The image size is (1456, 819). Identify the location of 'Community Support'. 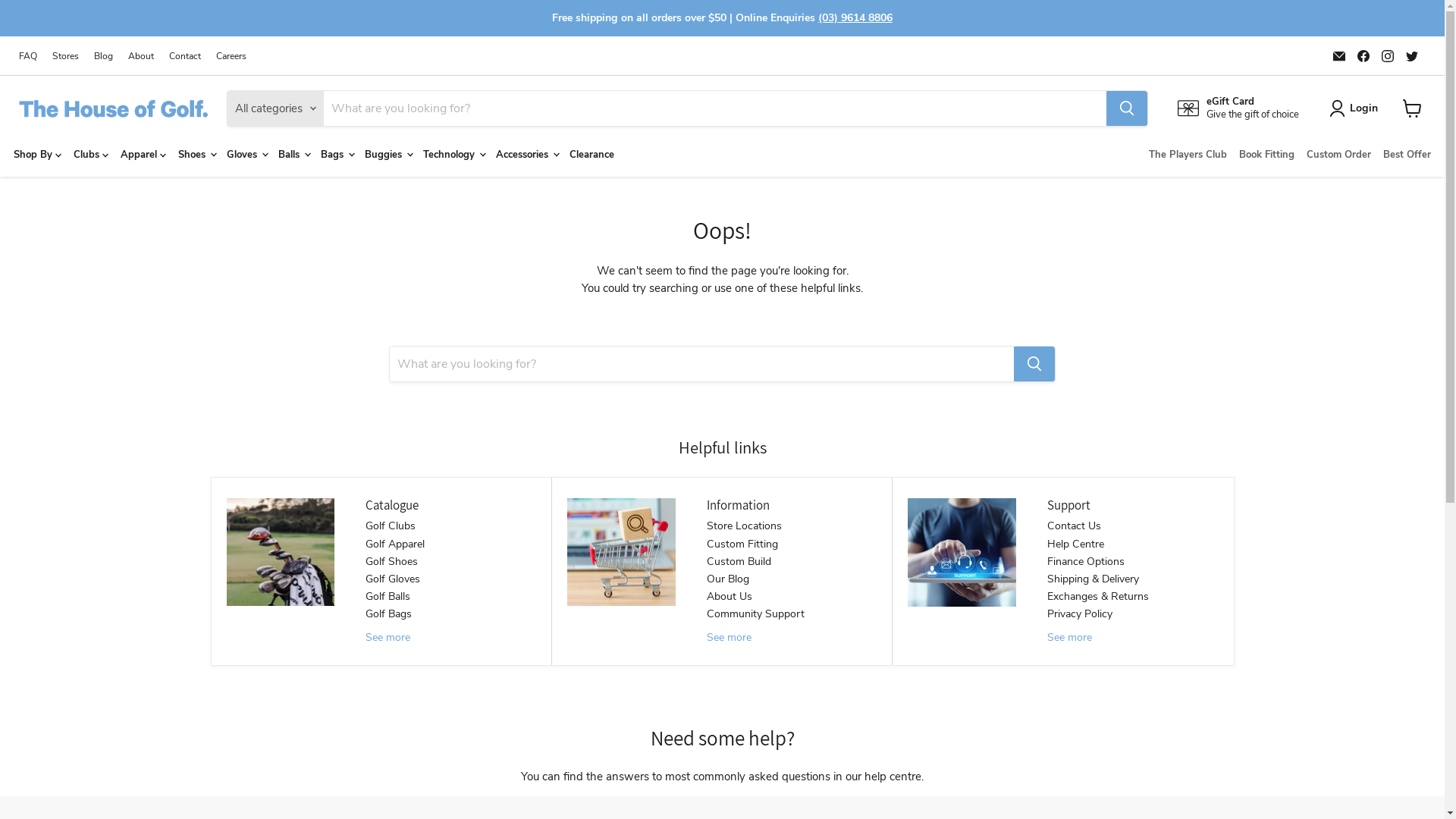
(755, 613).